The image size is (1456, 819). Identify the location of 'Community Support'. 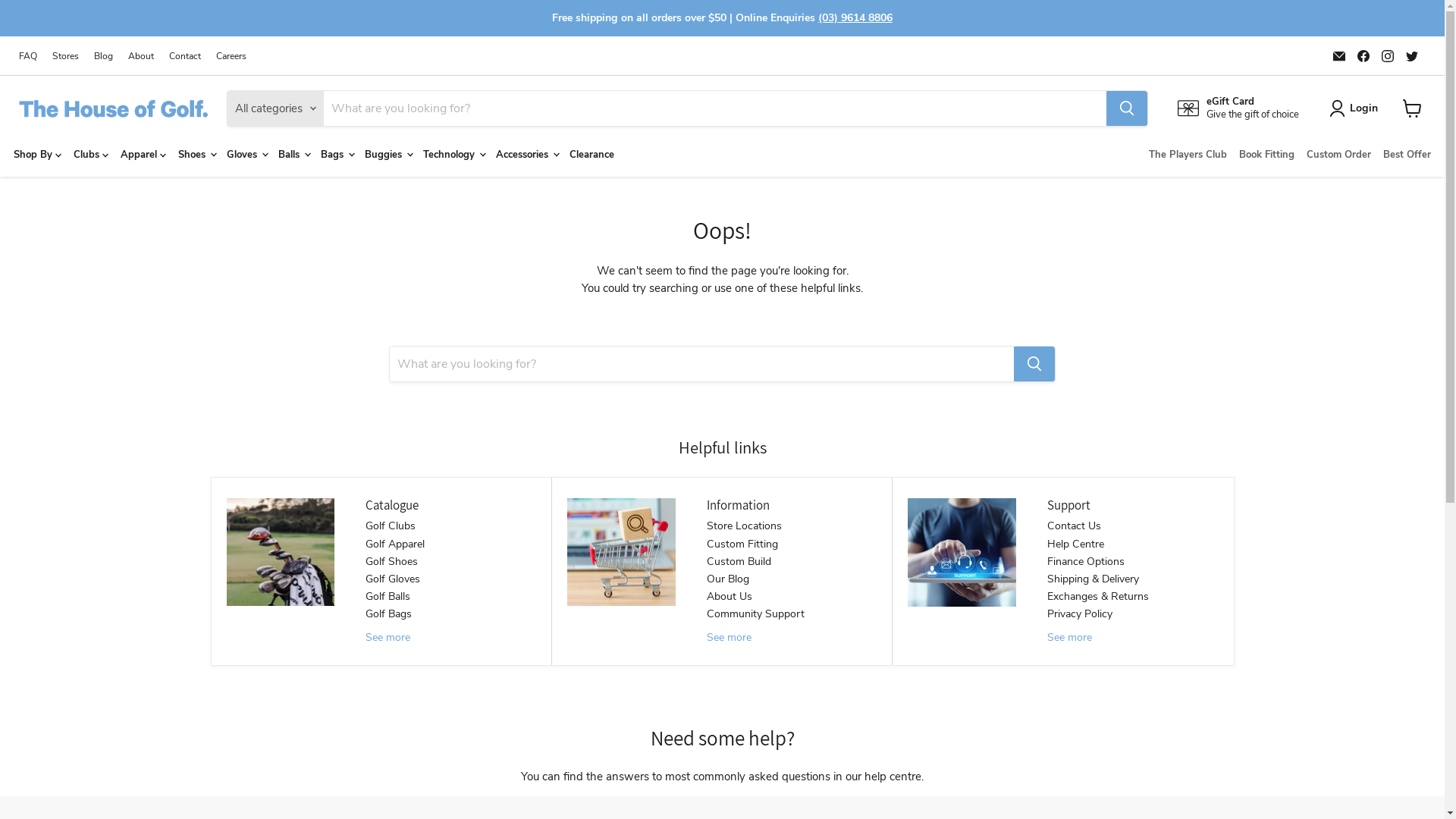
(755, 613).